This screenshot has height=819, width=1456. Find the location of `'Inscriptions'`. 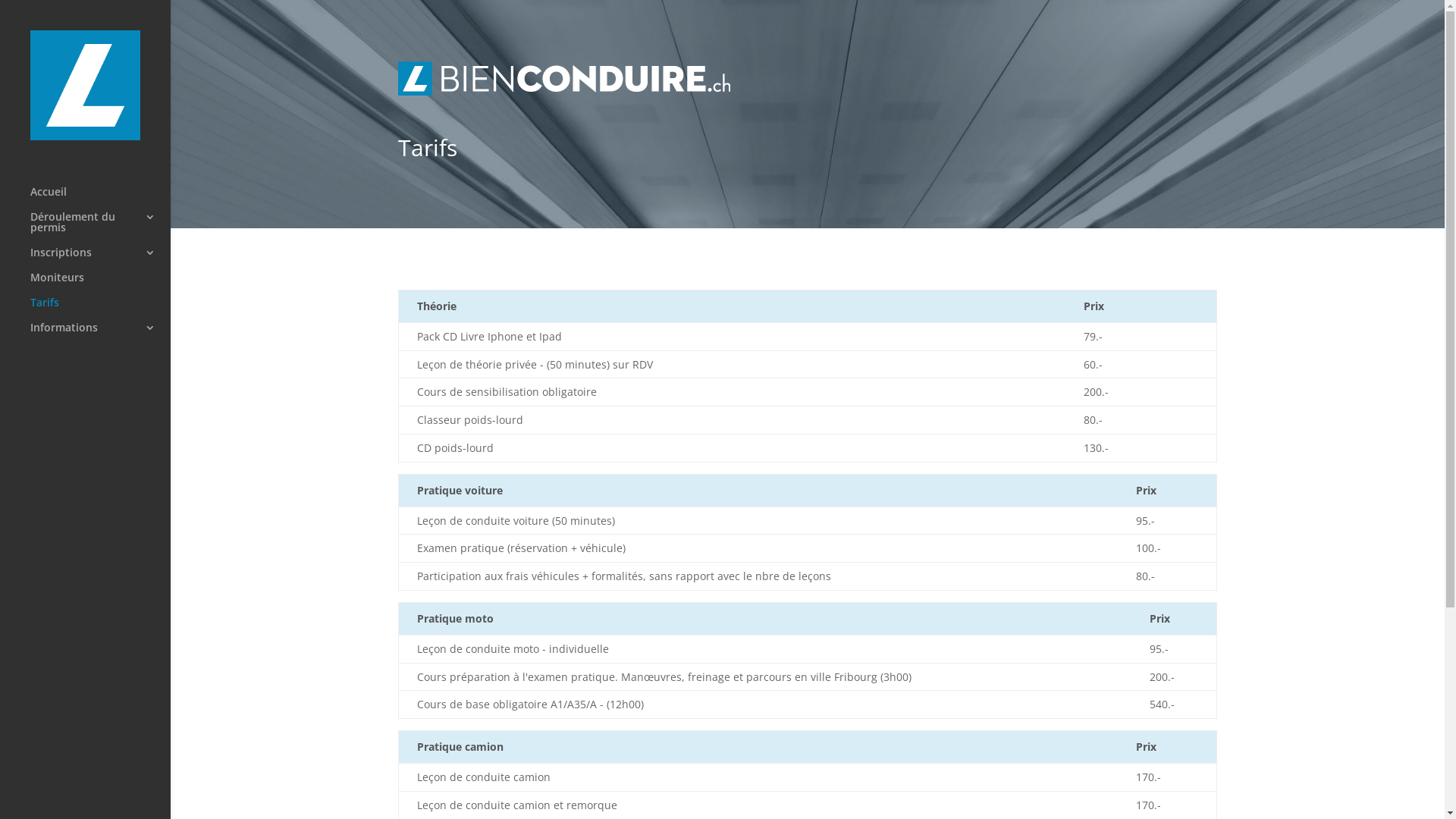

'Inscriptions' is located at coordinates (30, 259).